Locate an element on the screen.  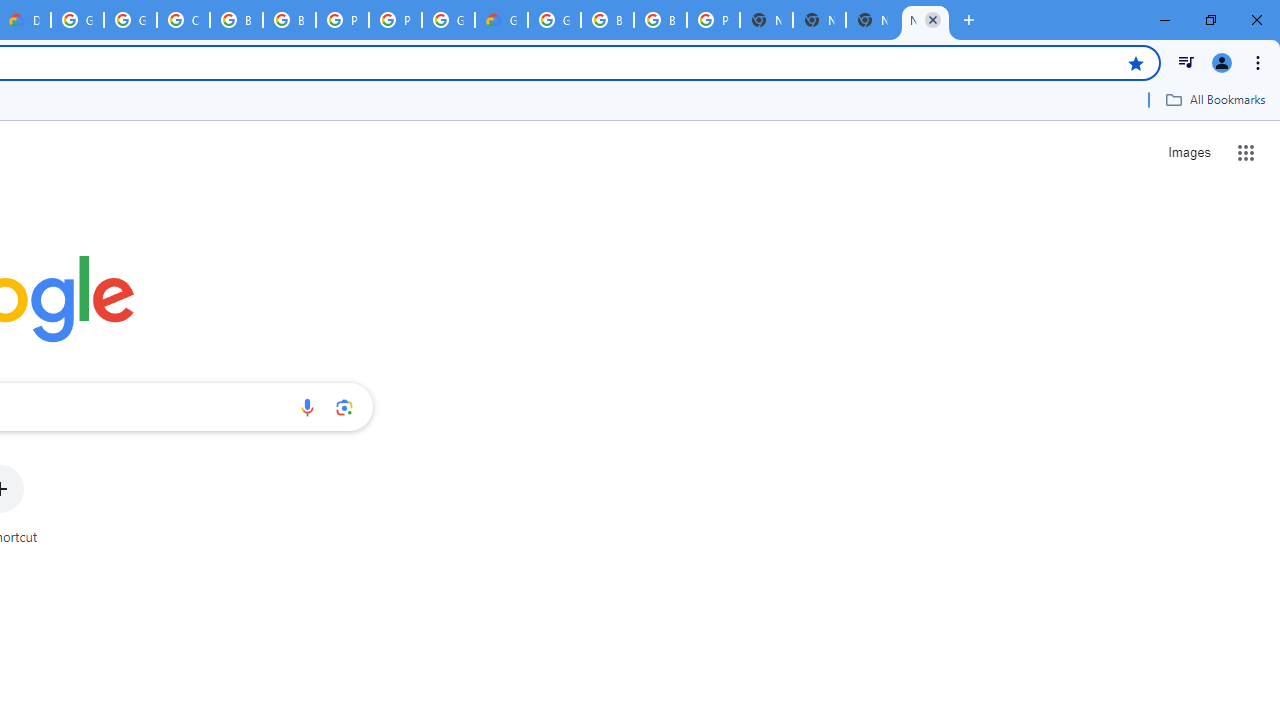
'New Tab' is located at coordinates (924, 20).